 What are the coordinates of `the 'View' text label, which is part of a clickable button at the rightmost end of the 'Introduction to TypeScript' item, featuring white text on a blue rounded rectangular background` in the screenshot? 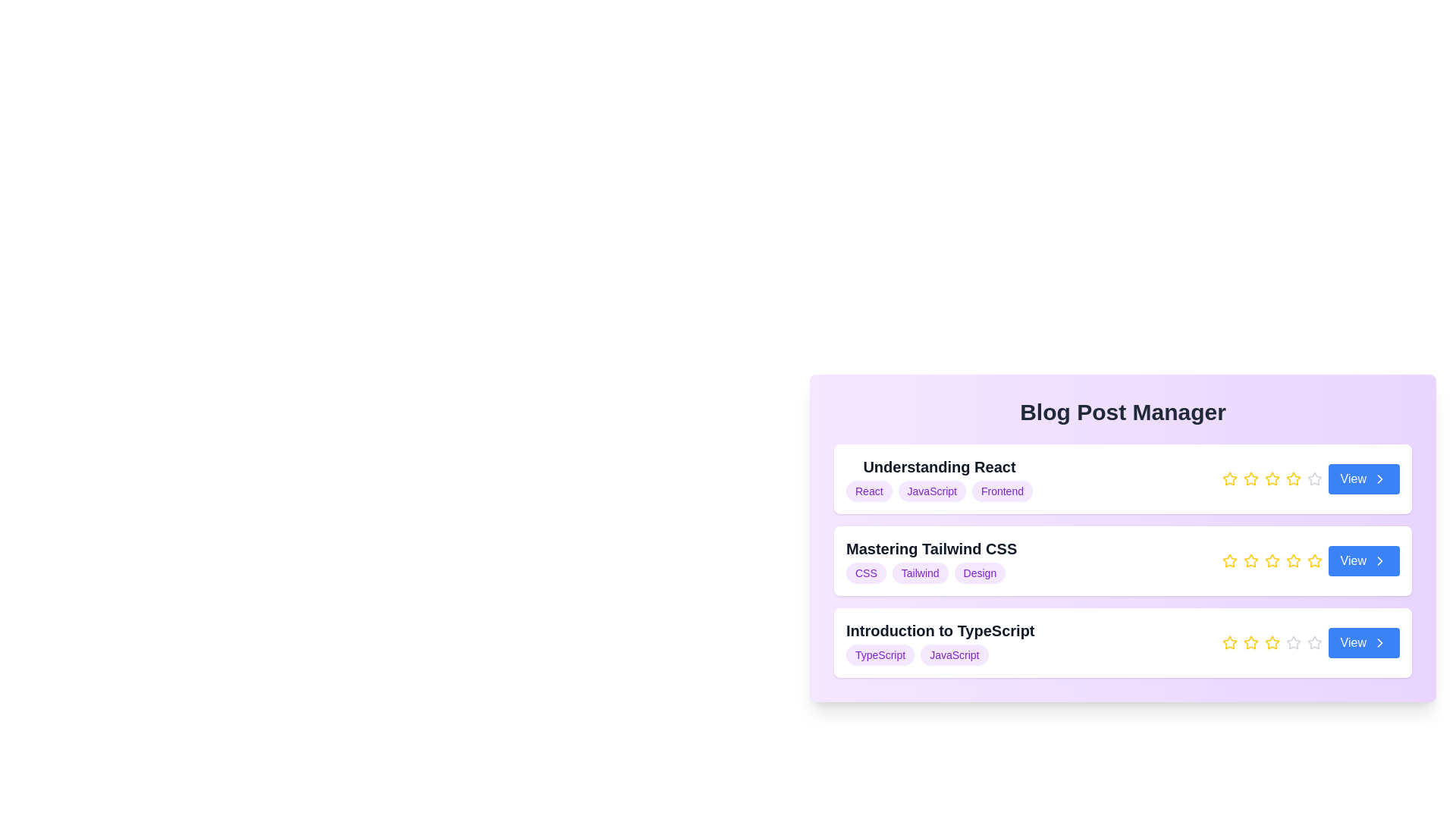 It's located at (1353, 643).